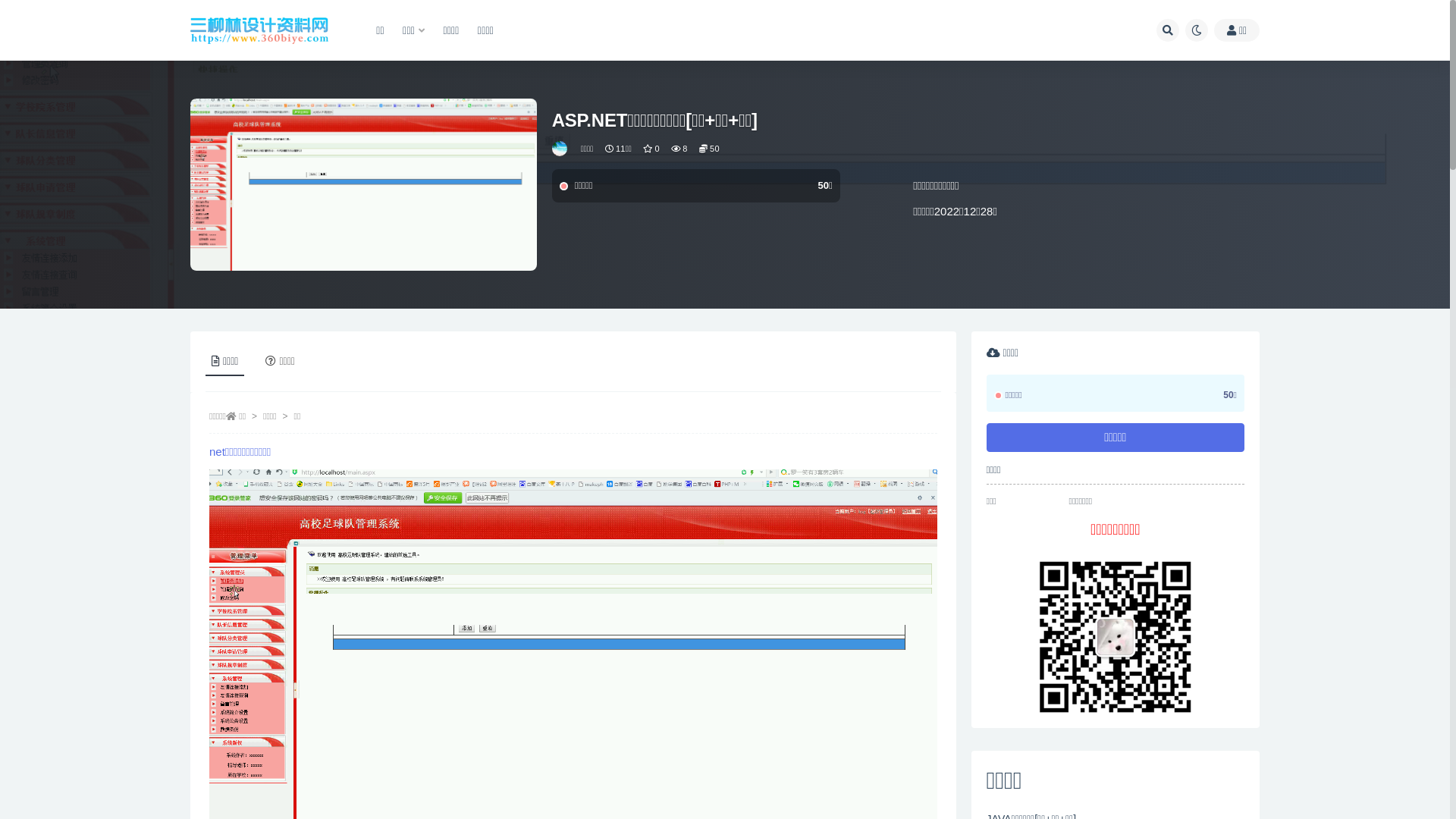 The image size is (1456, 819). What do you see at coordinates (560, 149) in the screenshot?
I see `'admin'` at bounding box center [560, 149].